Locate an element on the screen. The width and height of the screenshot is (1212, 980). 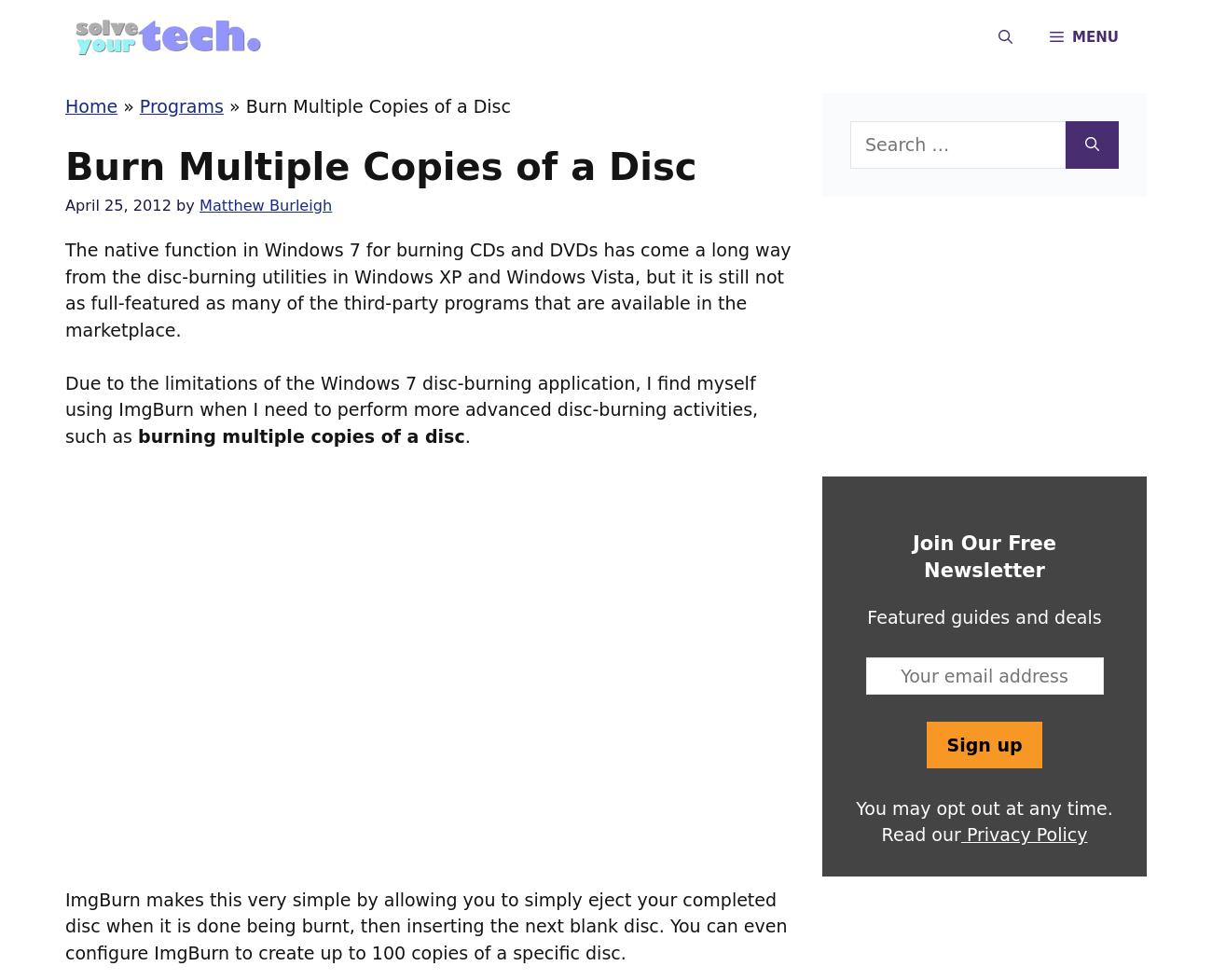
'ImgBurn makes this very simple by allowing you to simply eject your completed disc when it is done being burnt, then inserting the next blank disc. You can even configure ImgBurn to create up to 100 copies of a specific disc.' is located at coordinates (64, 925).